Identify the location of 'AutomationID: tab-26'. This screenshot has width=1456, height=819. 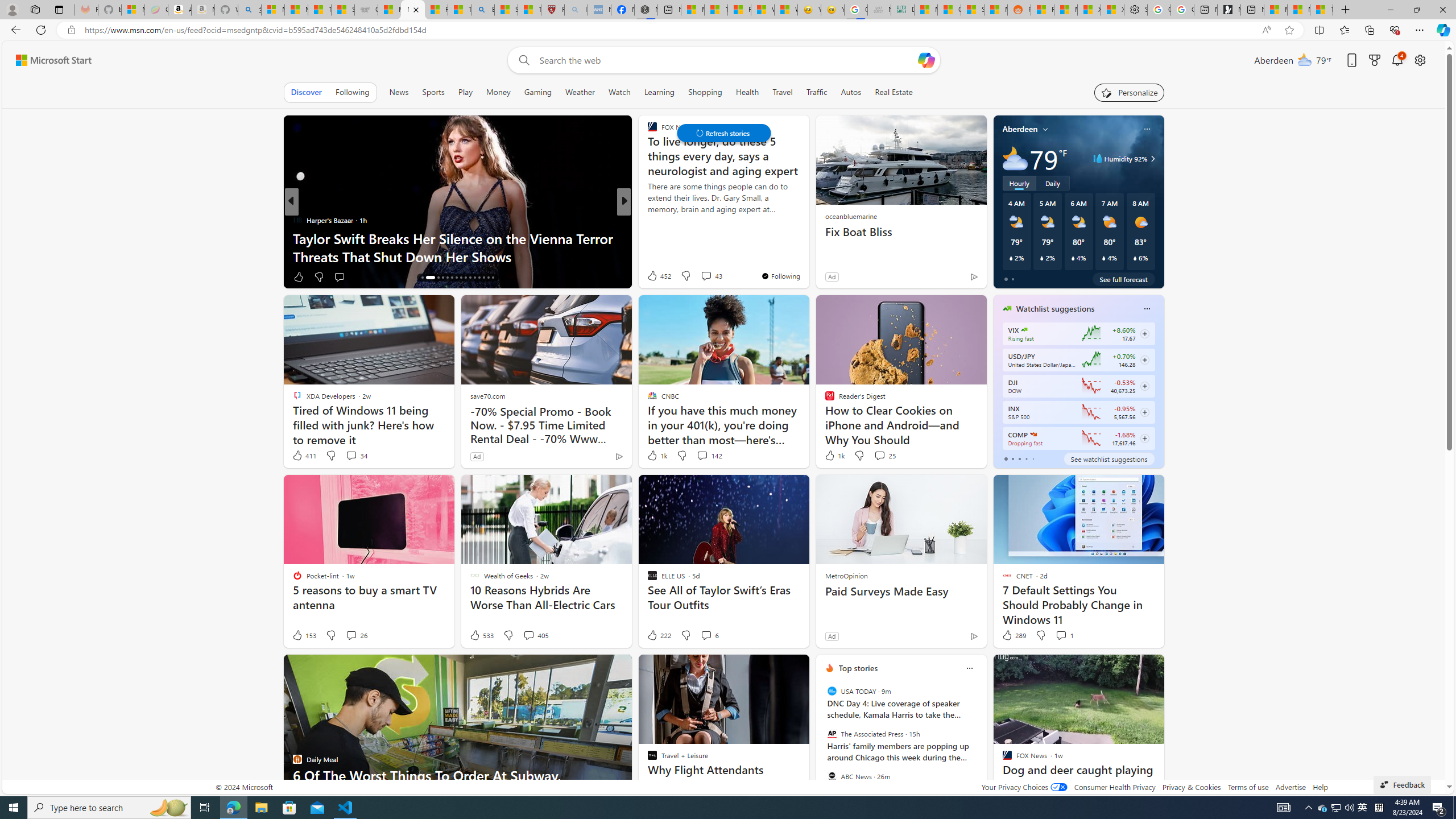
(474, 277).